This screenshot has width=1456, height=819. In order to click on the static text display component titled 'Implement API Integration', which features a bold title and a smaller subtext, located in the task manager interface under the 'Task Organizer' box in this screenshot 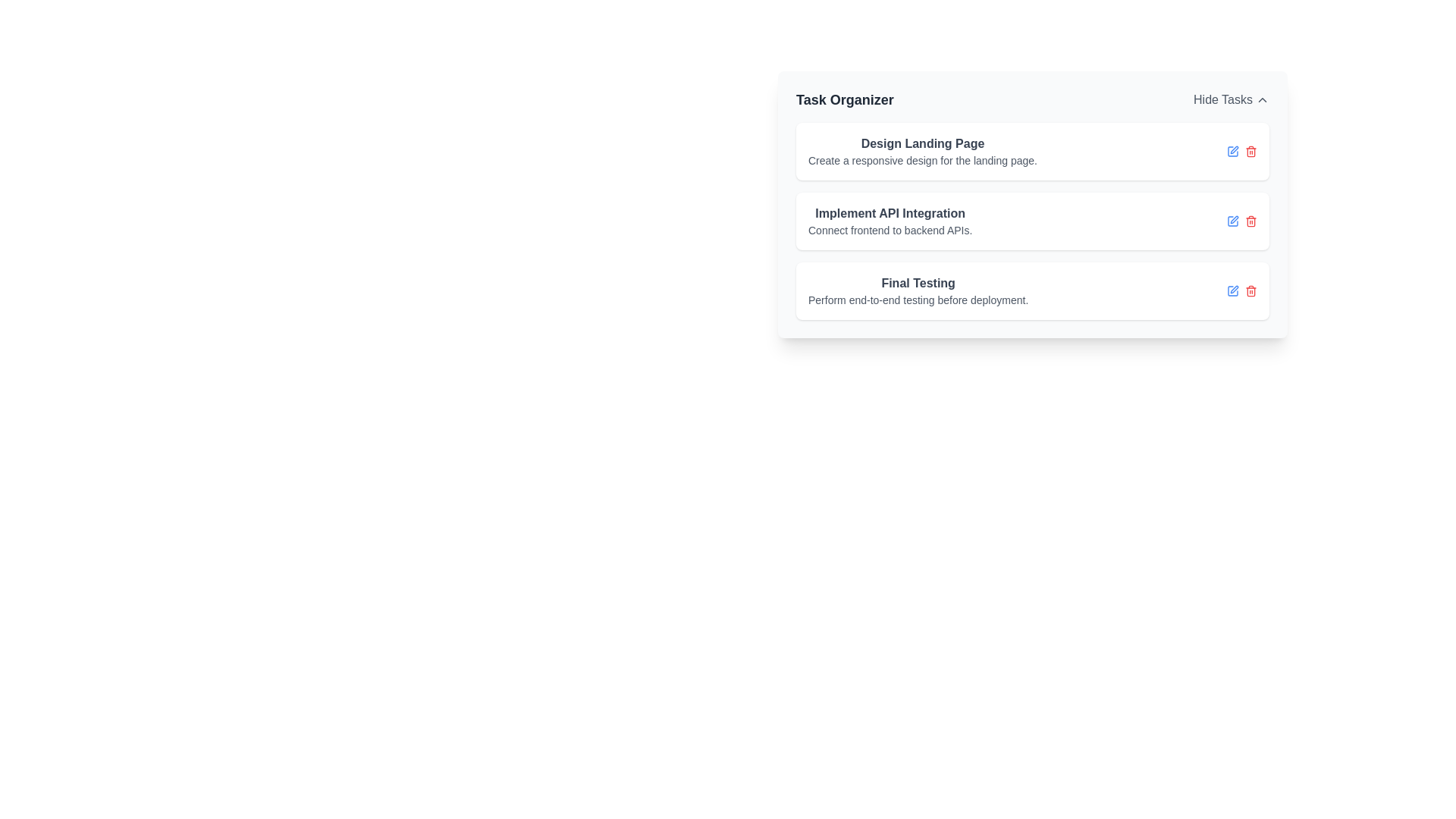, I will do `click(890, 221)`.